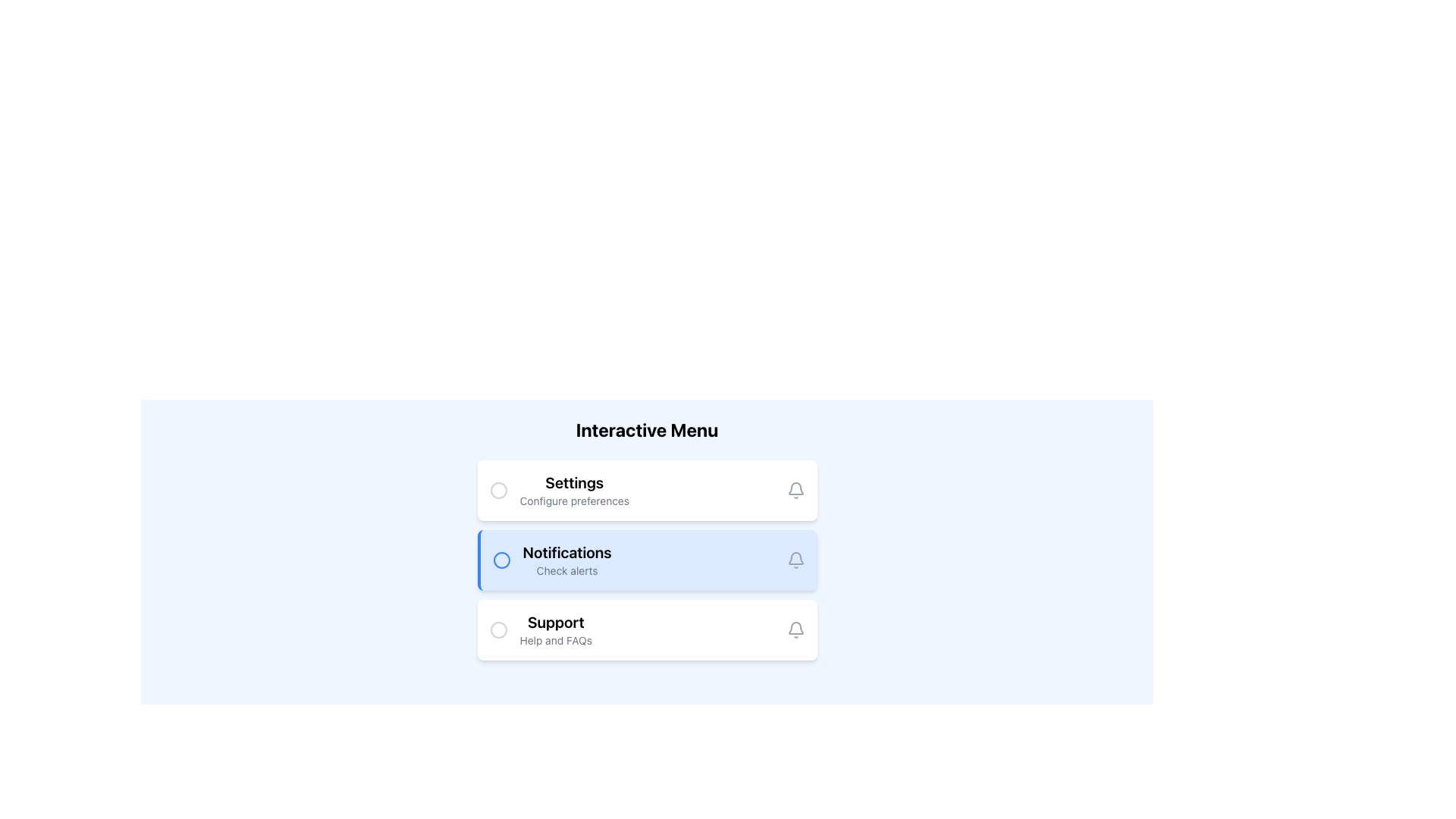 This screenshot has height=819, width=1456. I want to click on the delicate bell-shaped icon with a subtle gray outline located at the right end of the 'Settings - Configure preferences' row, so click(795, 491).